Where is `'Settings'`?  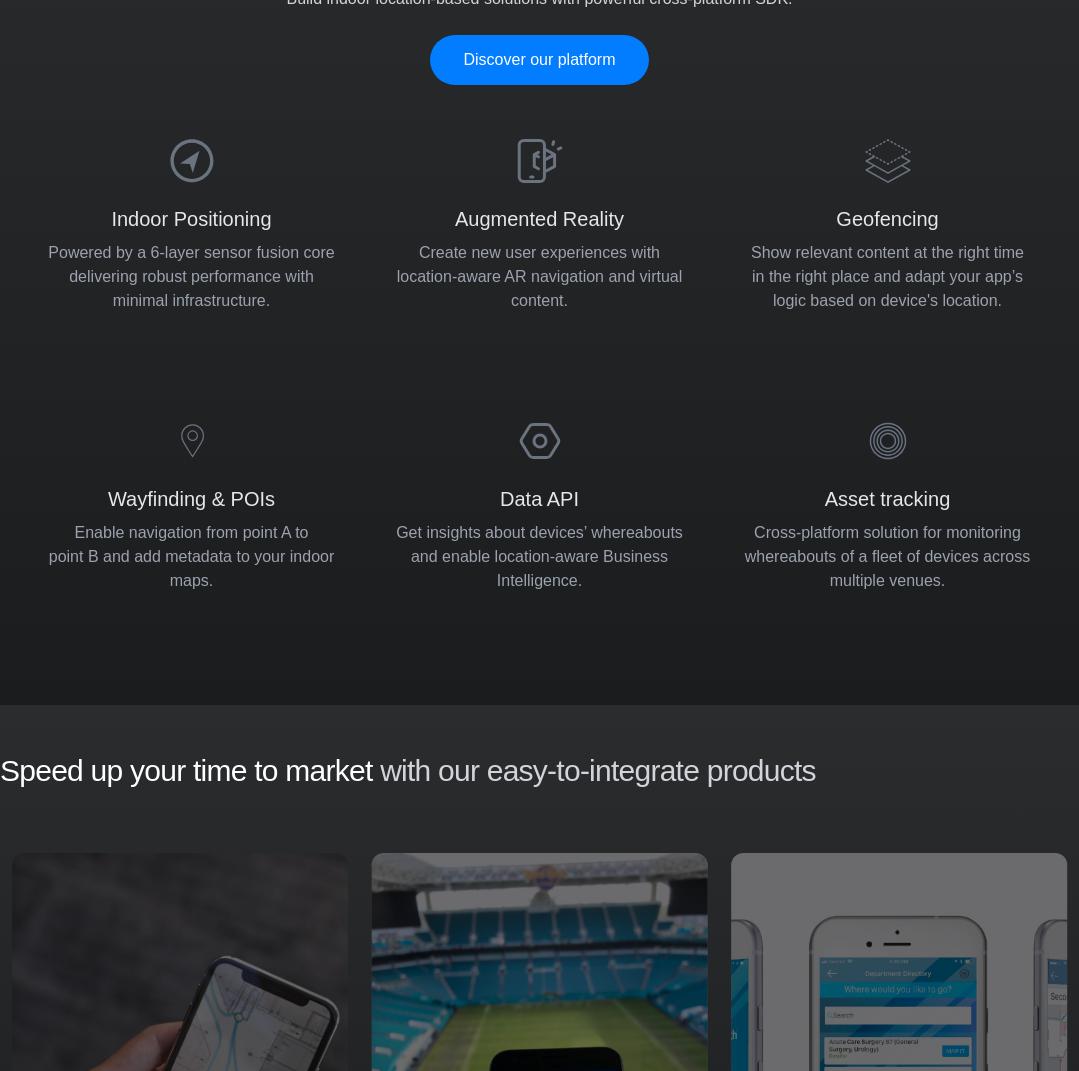
'Settings' is located at coordinates (907, 868).